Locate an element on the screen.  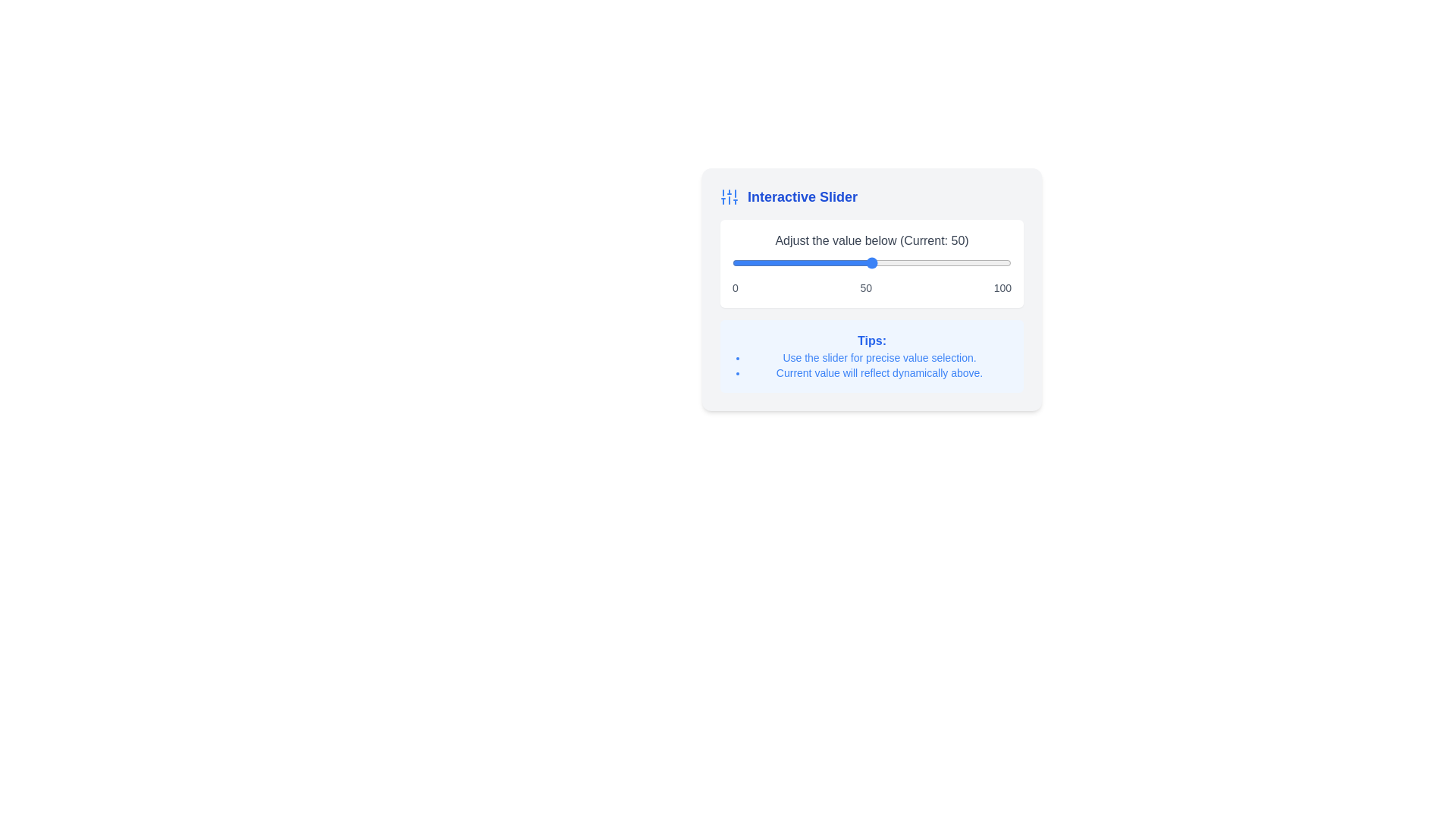
the slider value is located at coordinates (946, 262).